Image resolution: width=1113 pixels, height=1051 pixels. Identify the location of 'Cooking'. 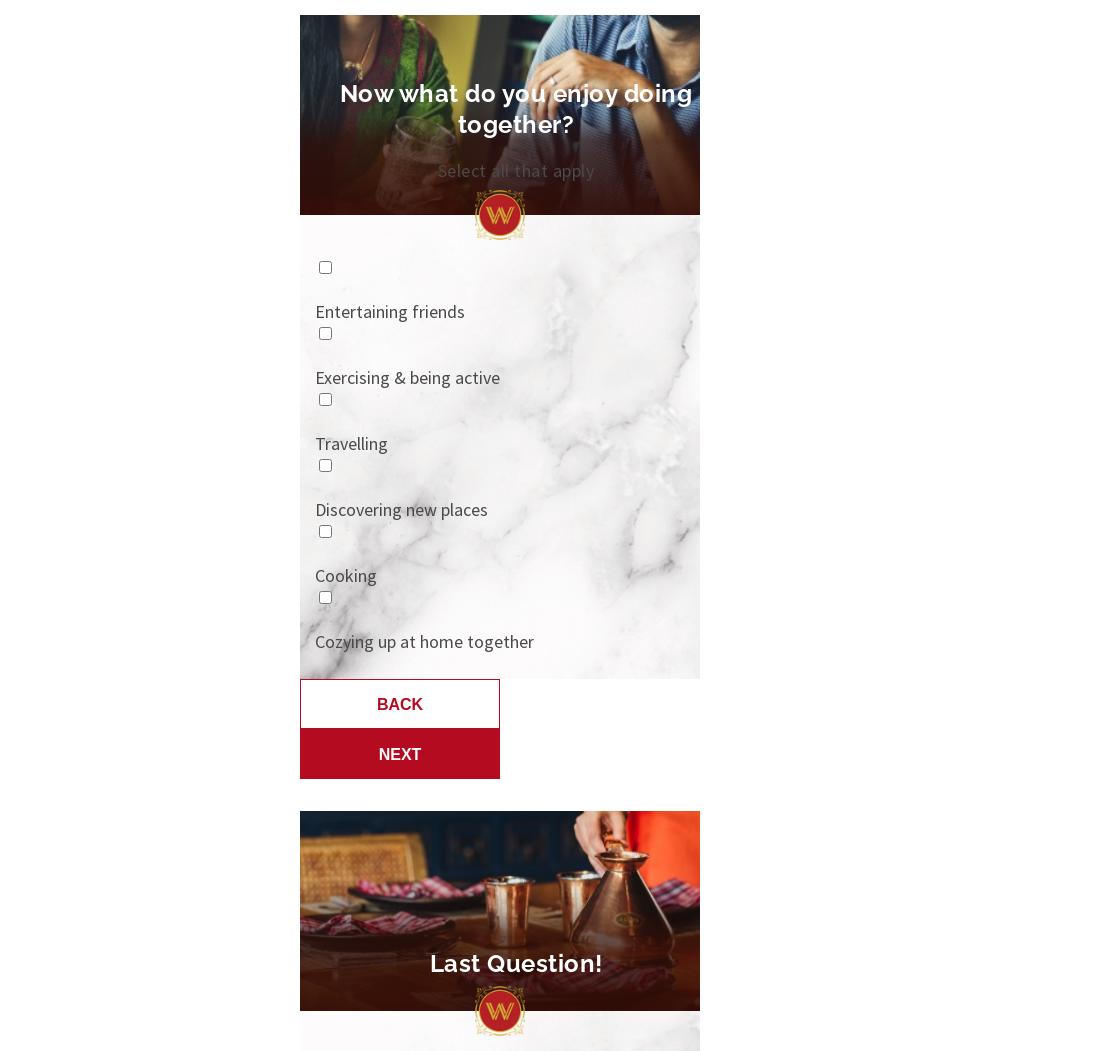
(346, 575).